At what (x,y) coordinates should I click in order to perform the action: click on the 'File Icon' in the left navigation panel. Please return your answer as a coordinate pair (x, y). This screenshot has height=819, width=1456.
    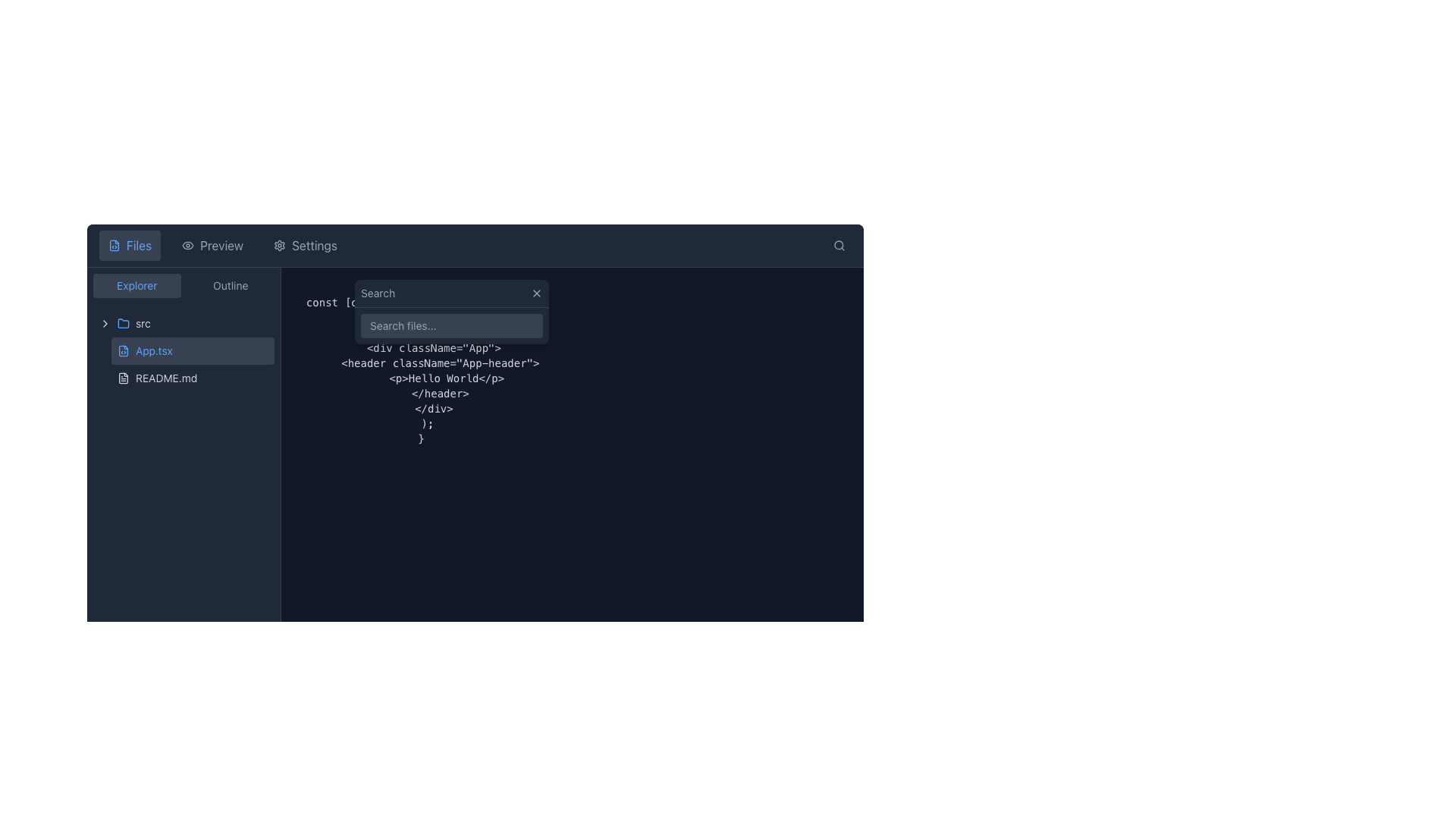
    Looking at the image, I should click on (113, 245).